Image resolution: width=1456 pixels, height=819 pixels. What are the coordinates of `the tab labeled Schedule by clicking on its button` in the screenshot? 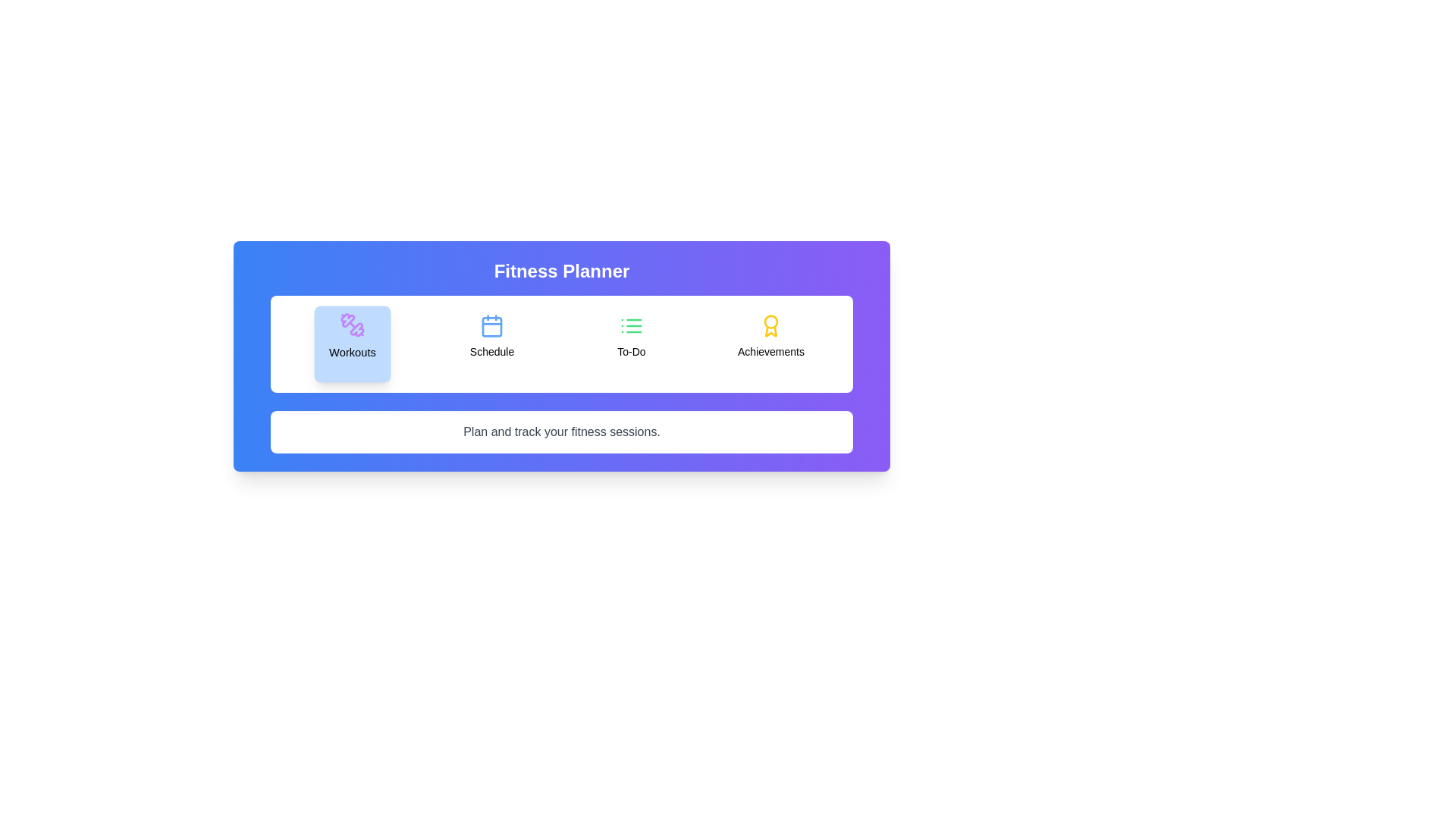 It's located at (491, 344).